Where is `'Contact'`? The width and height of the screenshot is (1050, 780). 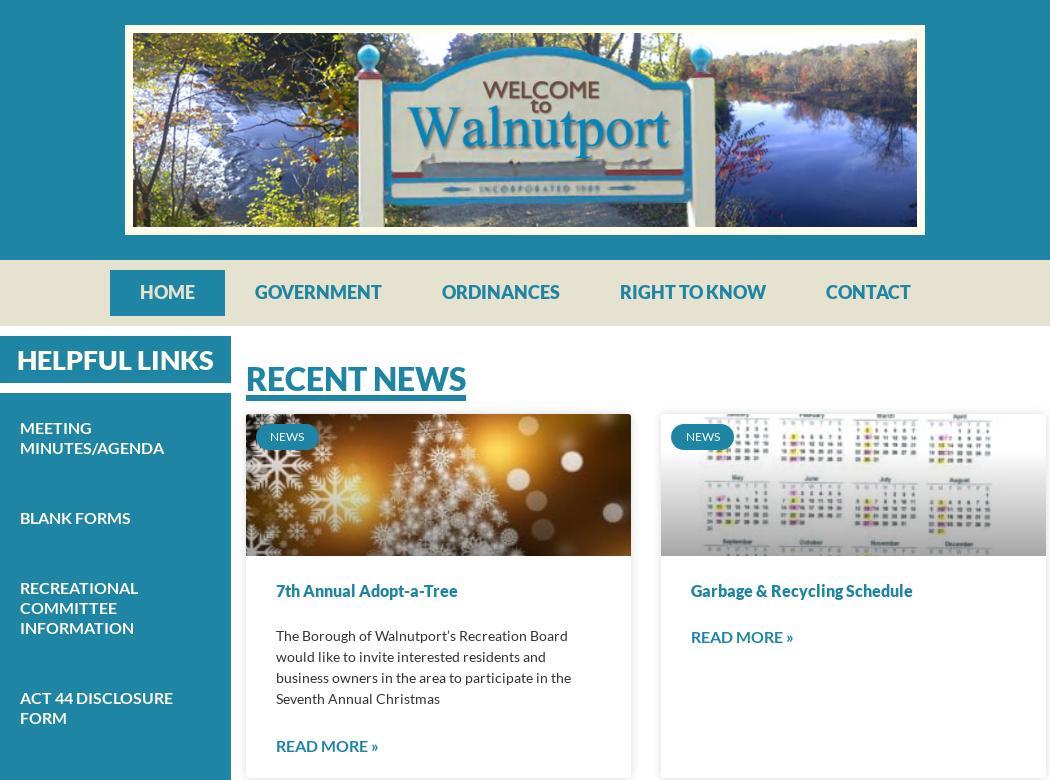 'Contact' is located at coordinates (866, 291).